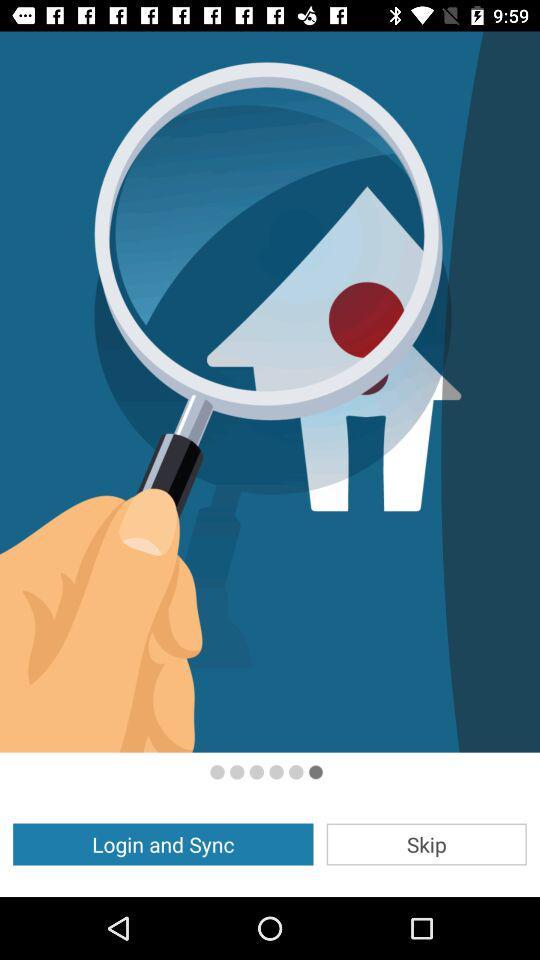 This screenshot has height=960, width=540. I want to click on item next to the skip app, so click(162, 843).